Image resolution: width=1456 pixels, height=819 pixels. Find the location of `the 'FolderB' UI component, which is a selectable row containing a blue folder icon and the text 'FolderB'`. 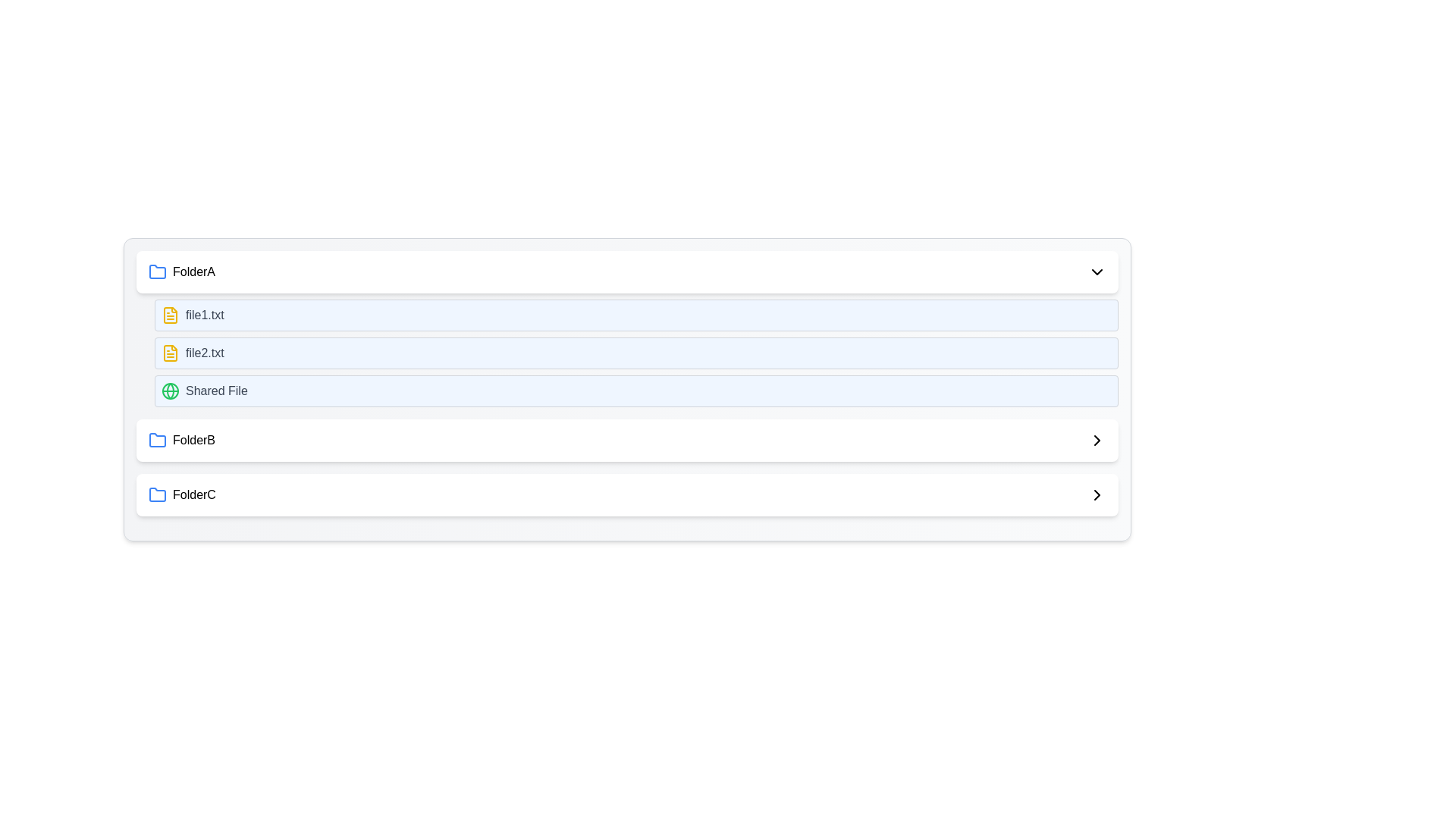

the 'FolderB' UI component, which is a selectable row containing a blue folder icon and the text 'FolderB' is located at coordinates (182, 441).